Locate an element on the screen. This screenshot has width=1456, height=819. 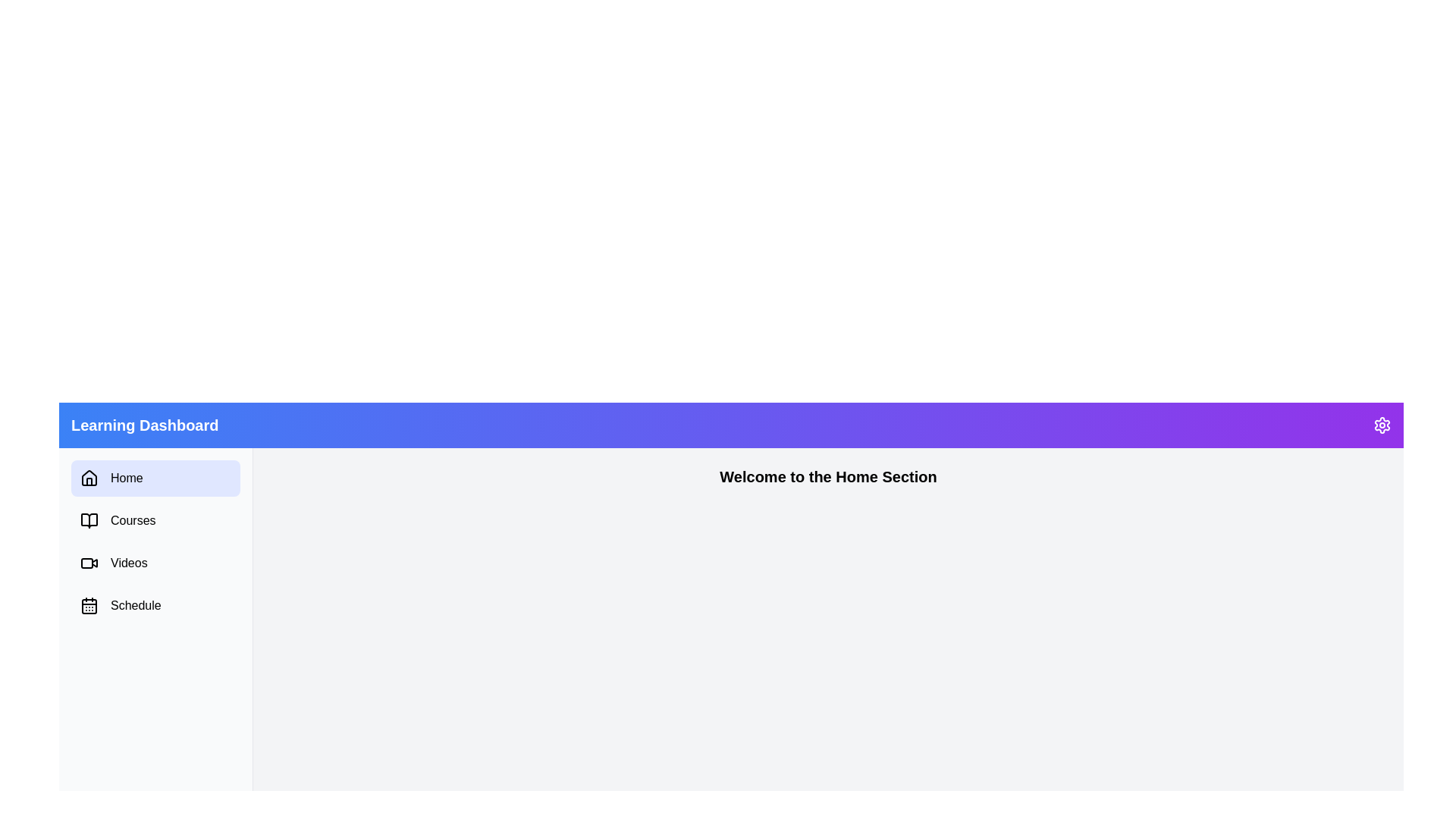
the 'Schedule' button in the vertical sidebar navigation menu is located at coordinates (155, 604).